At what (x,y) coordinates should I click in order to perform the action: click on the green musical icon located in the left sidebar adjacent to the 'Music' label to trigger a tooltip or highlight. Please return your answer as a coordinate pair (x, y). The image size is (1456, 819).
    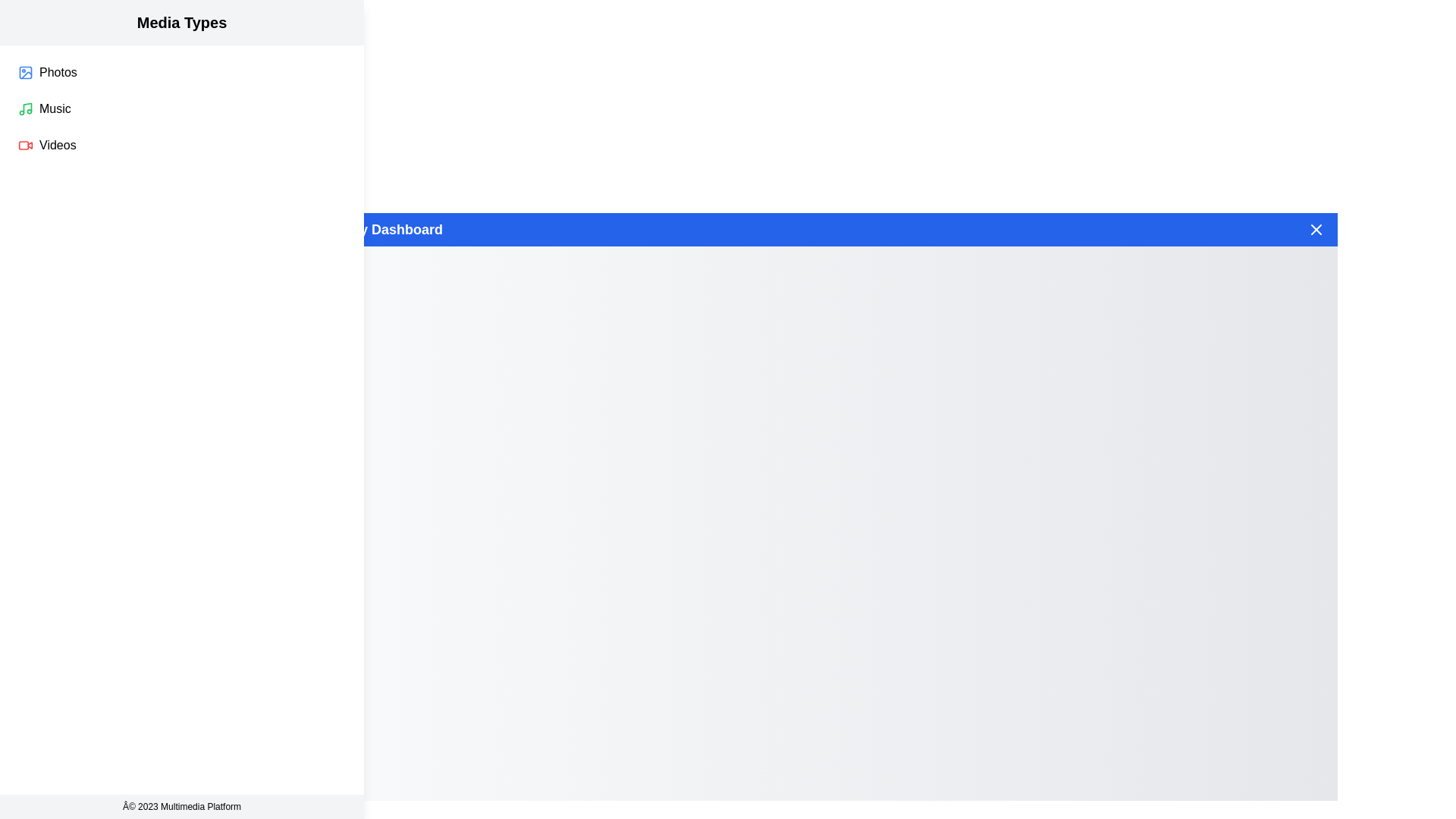
    Looking at the image, I should click on (25, 108).